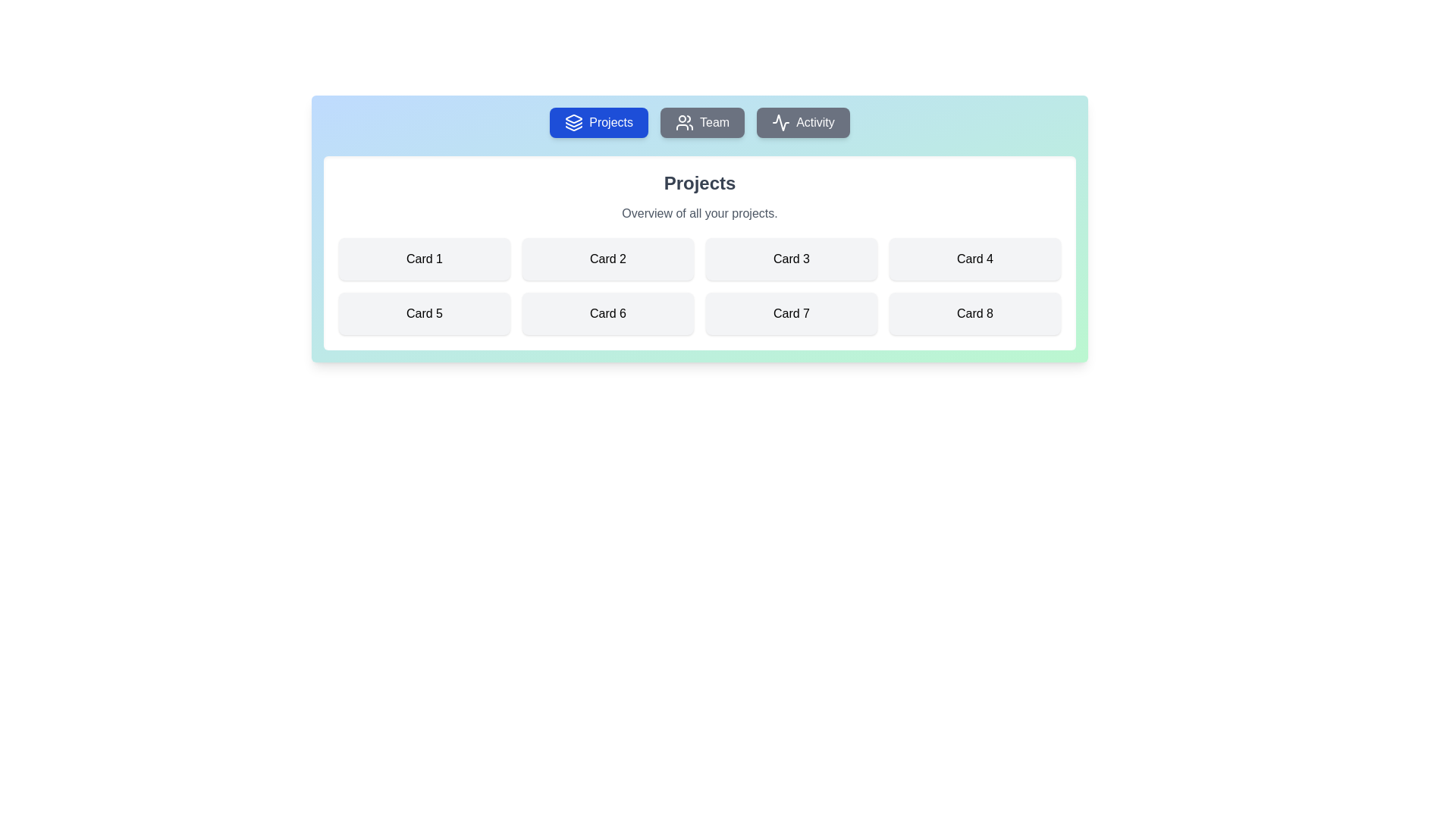 The height and width of the screenshot is (819, 1456). I want to click on the Activity tab by clicking on its corresponding button, so click(802, 122).